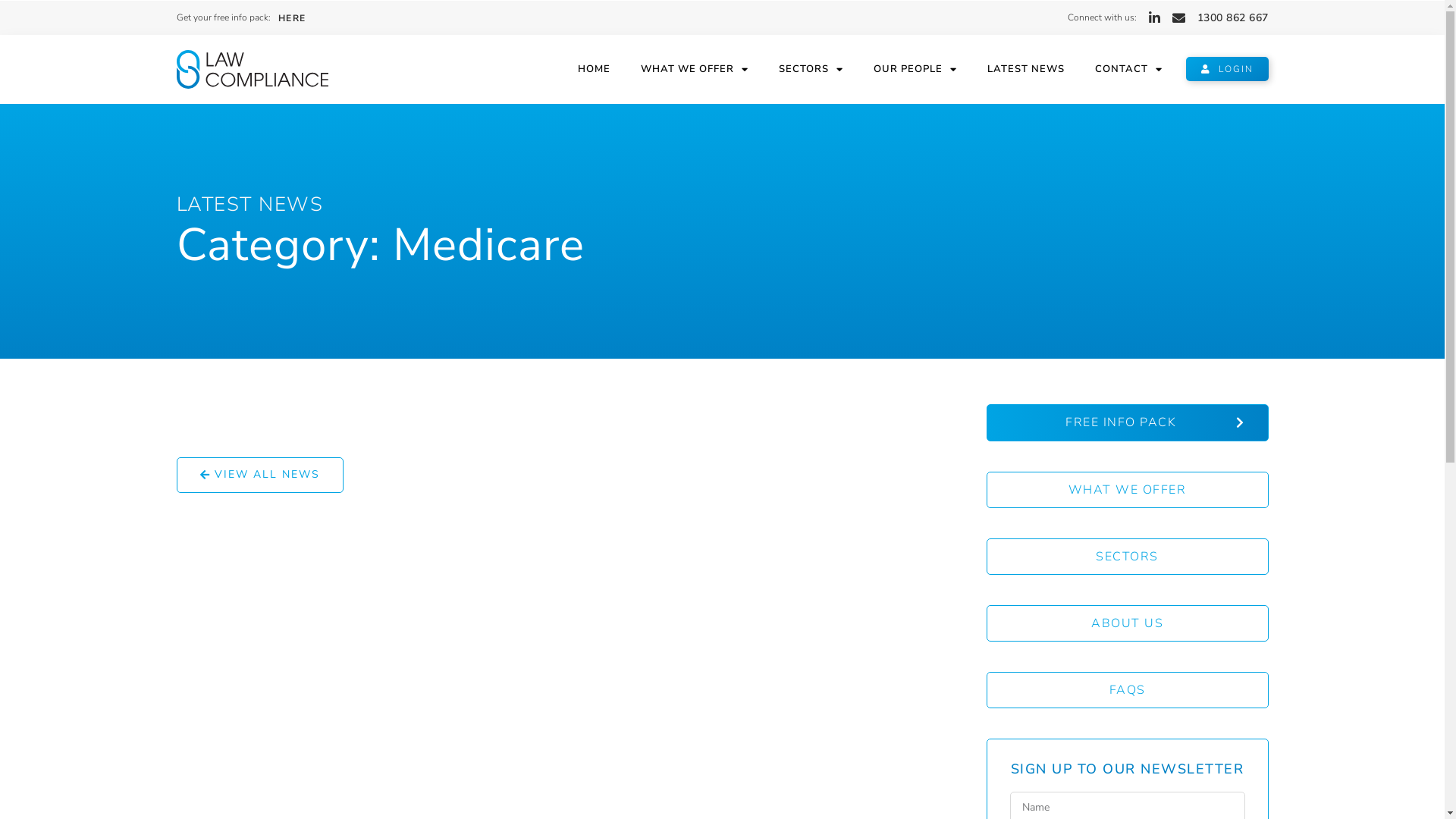 Image resolution: width=1456 pixels, height=819 pixels. Describe the element at coordinates (249, 203) in the screenshot. I see `'LATEST NEWS'` at that location.